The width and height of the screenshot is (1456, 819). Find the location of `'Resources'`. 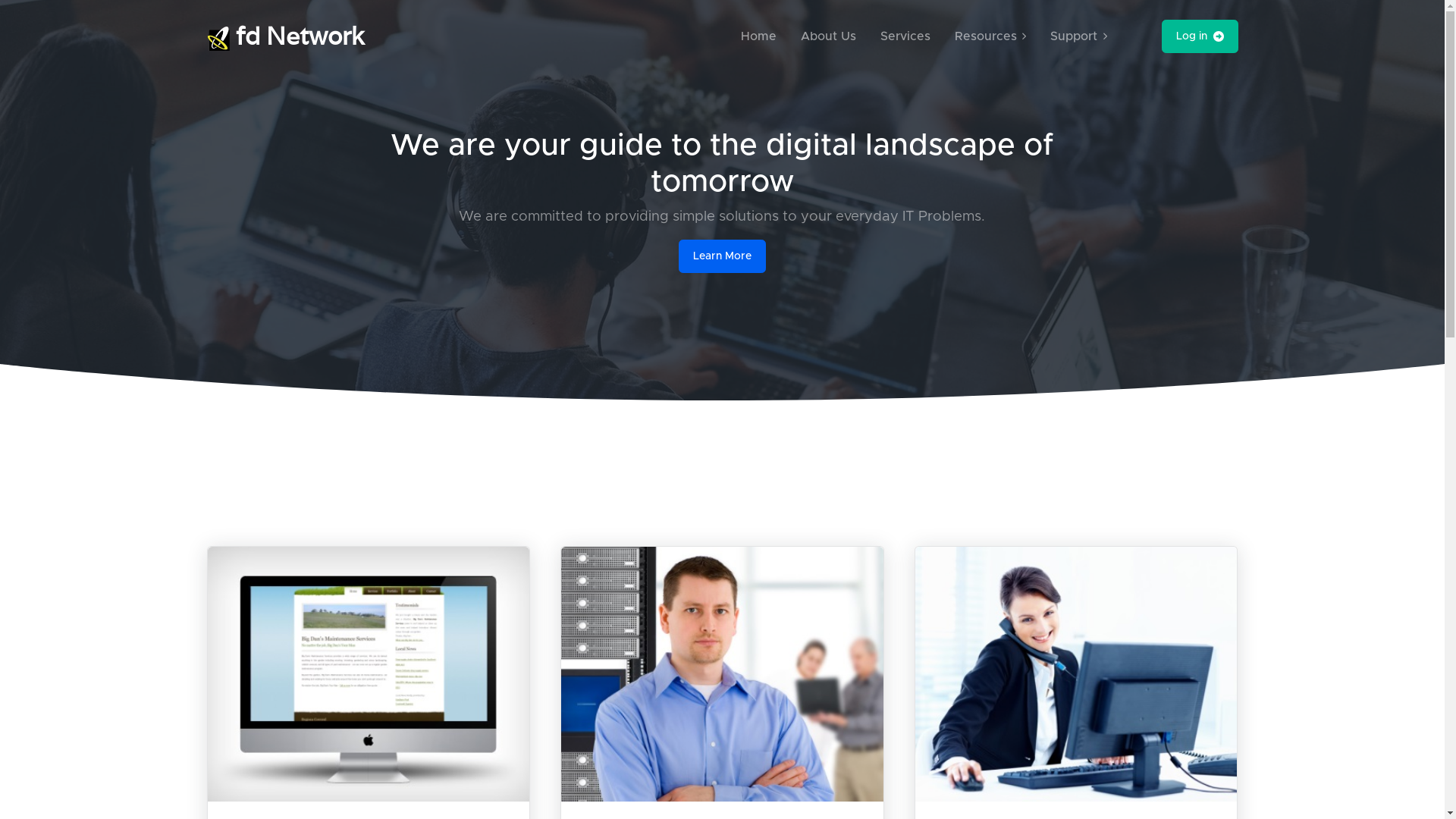

'Resources' is located at coordinates (948, 35).